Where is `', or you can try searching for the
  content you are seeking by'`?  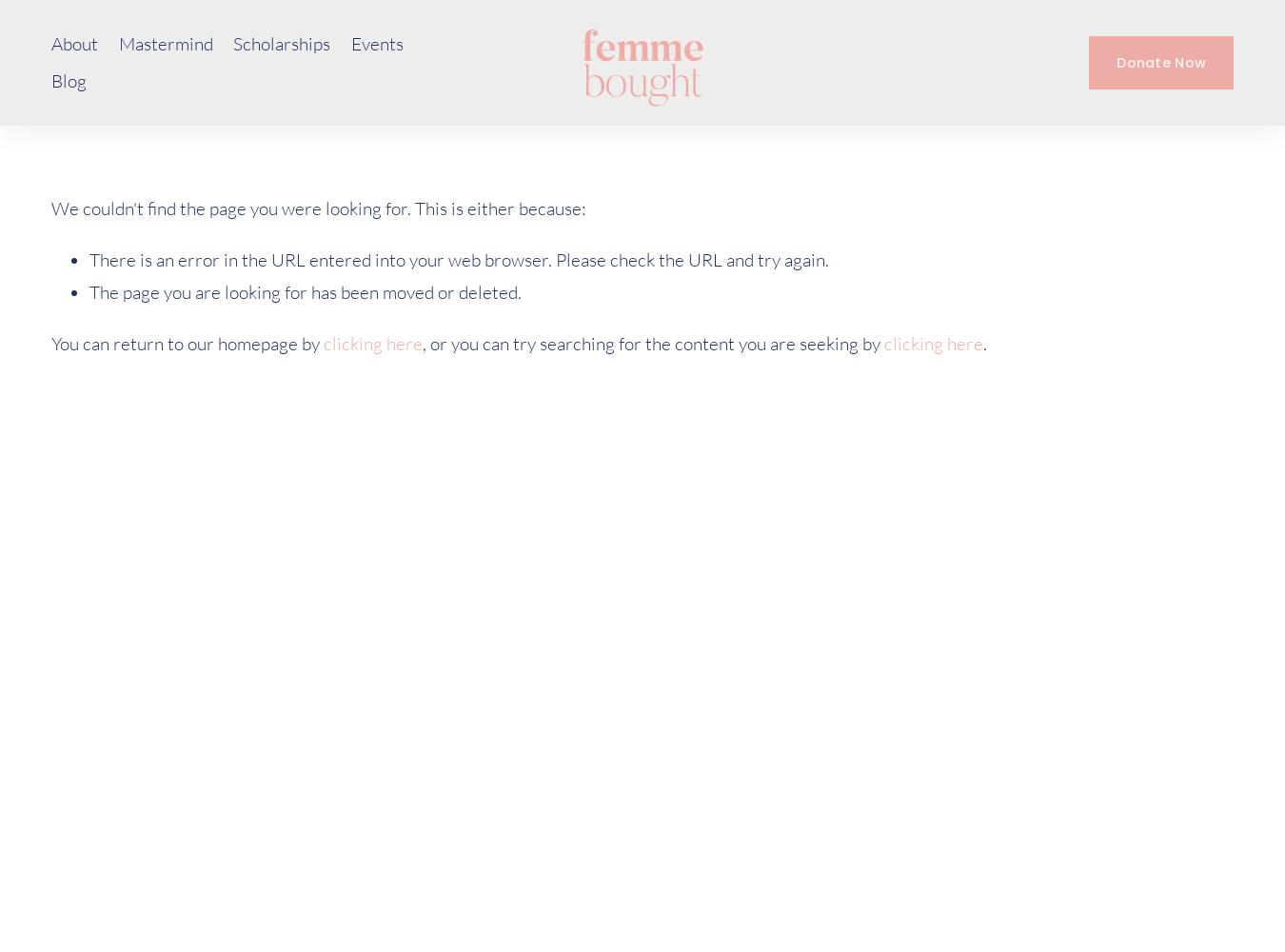 ', or you can try searching for the
  content you are seeking by' is located at coordinates (652, 343).